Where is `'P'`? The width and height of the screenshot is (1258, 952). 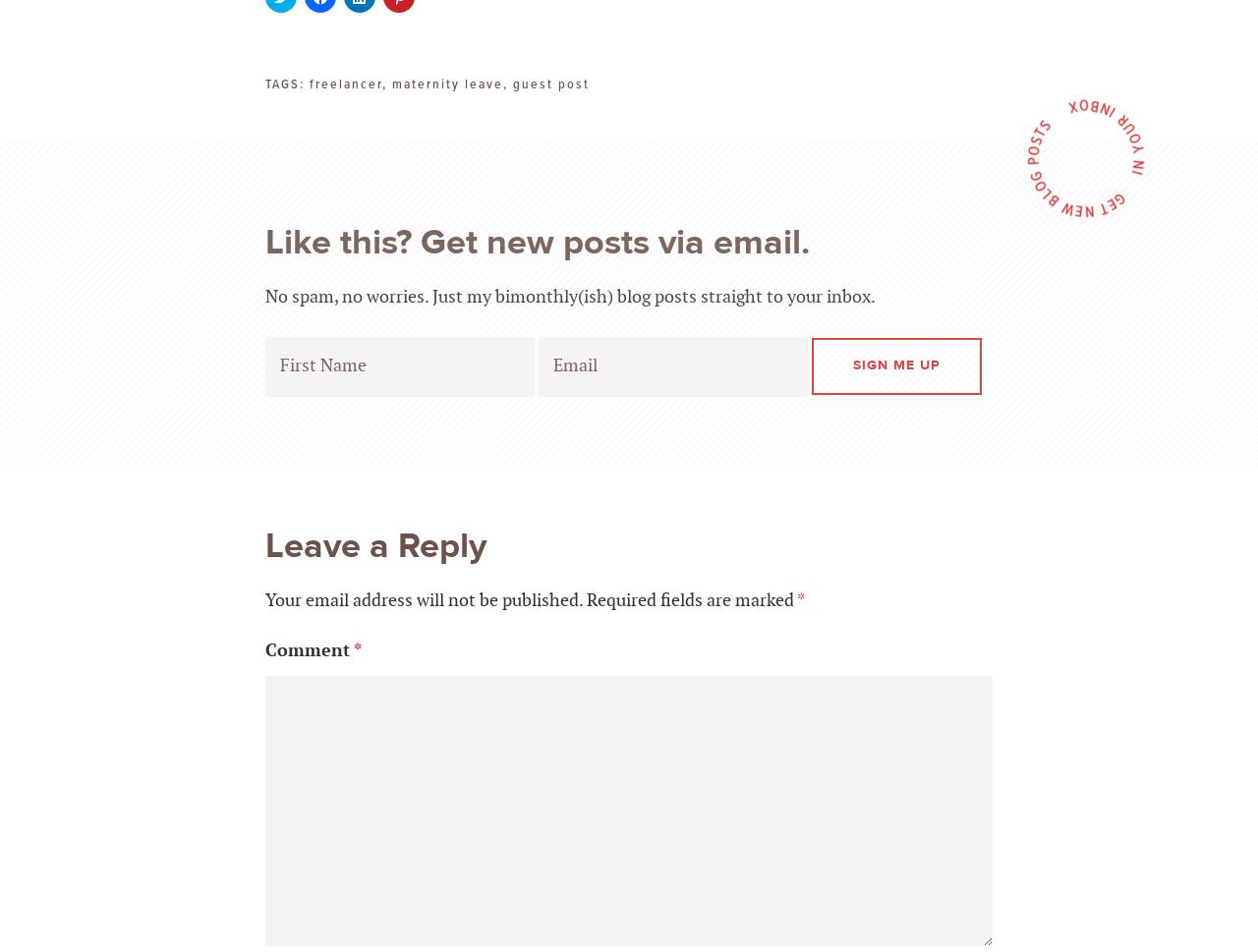
'P' is located at coordinates (1032, 148).